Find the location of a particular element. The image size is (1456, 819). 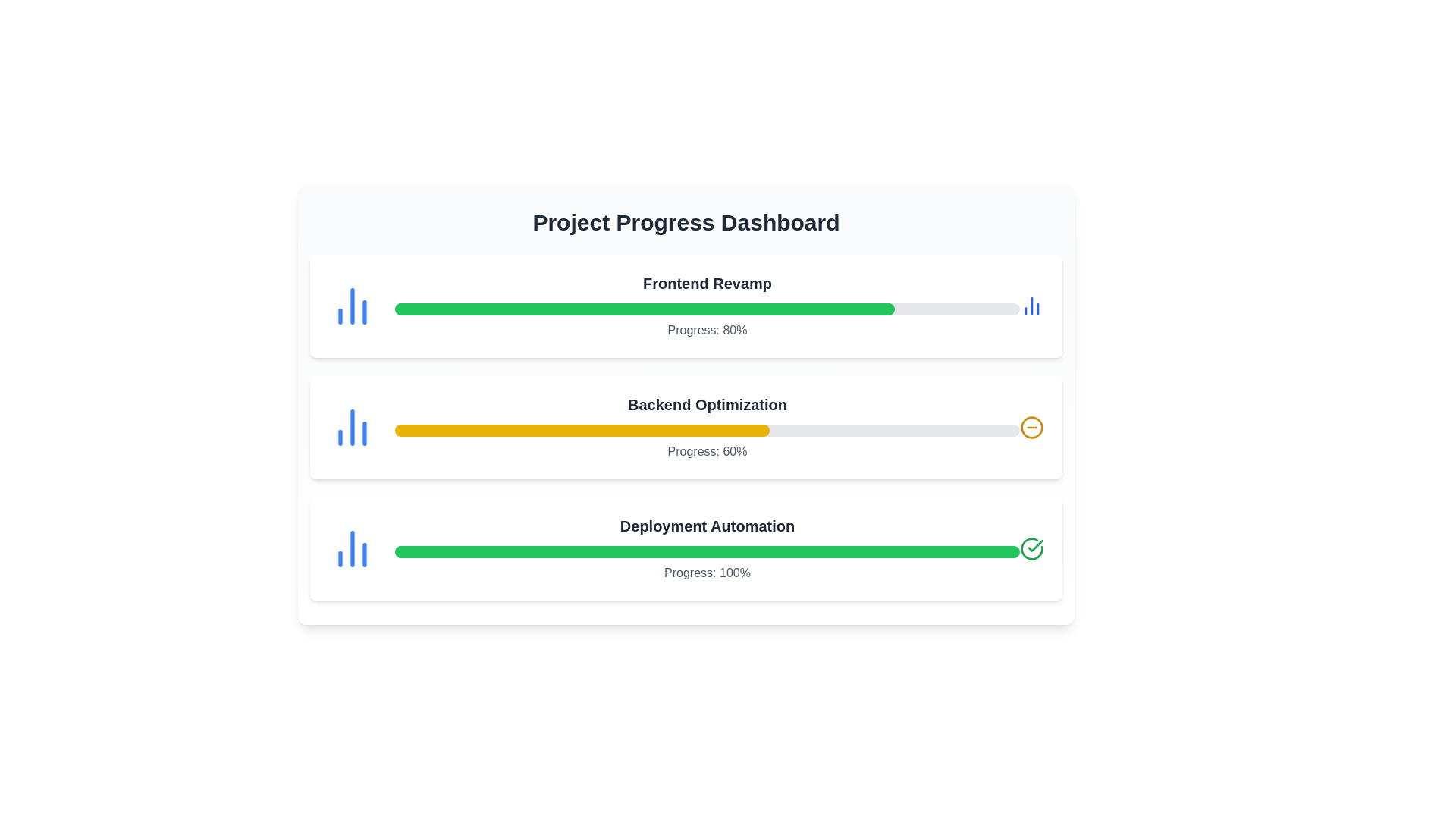

the text label displaying 'Progress: 60%' located below the progress bar in the 'Backend Optimization' section is located at coordinates (706, 451).